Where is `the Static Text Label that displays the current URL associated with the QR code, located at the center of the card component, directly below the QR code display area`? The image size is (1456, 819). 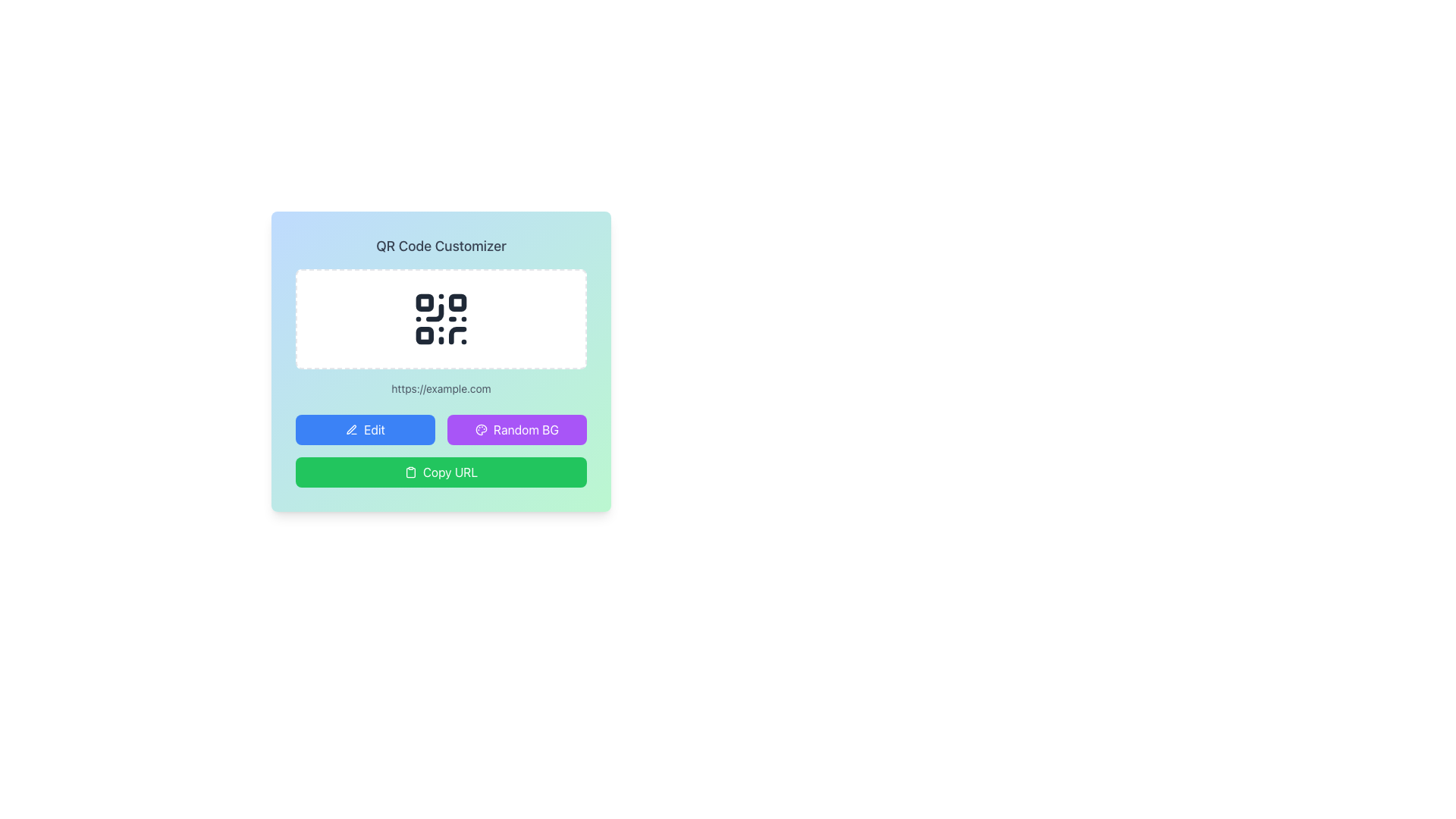
the Static Text Label that displays the current URL associated with the QR code, located at the center of the card component, directly below the QR code display area is located at coordinates (440, 388).